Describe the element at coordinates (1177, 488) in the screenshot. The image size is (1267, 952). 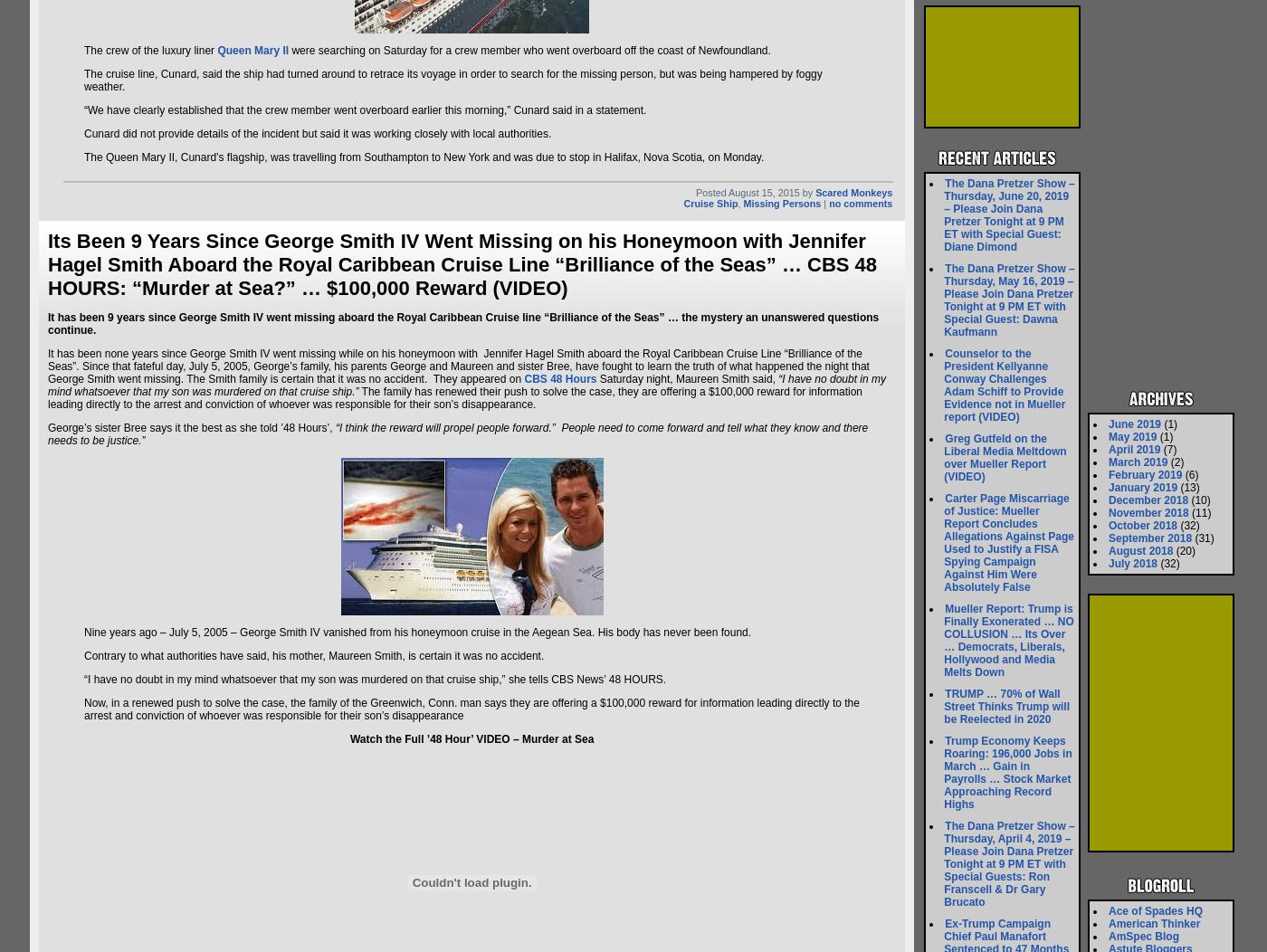
I see `'(13)'` at that location.